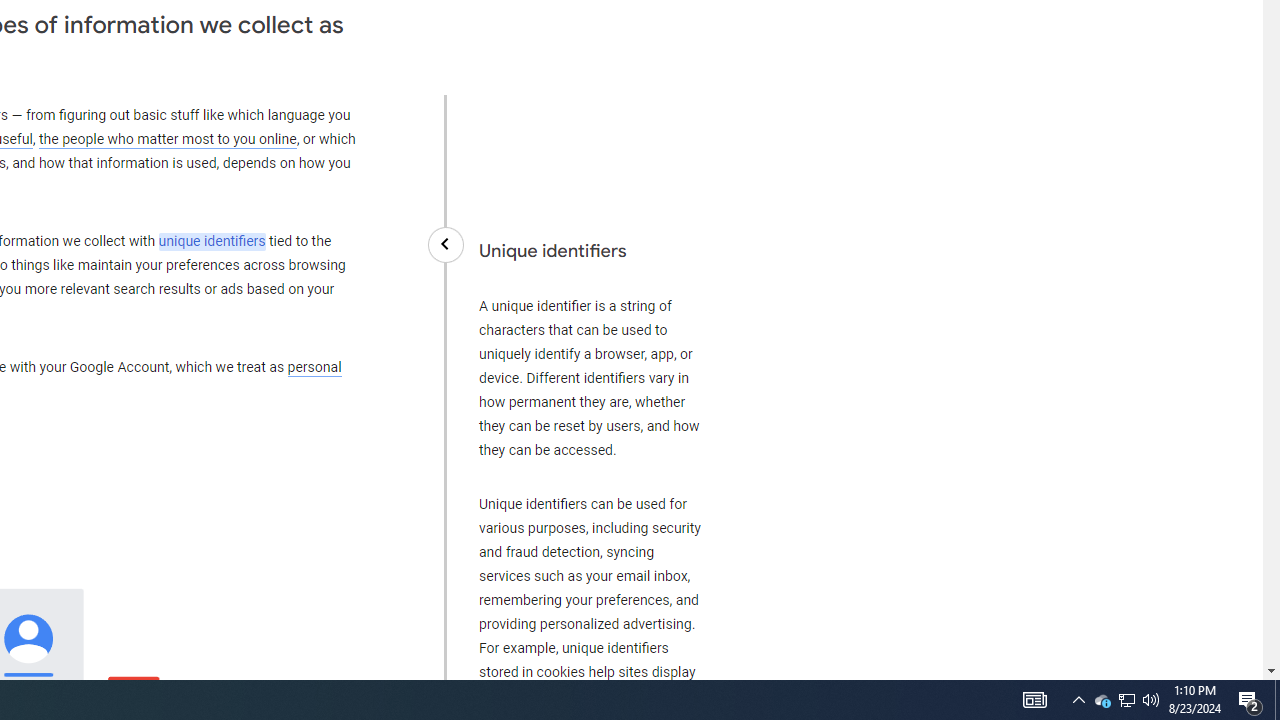 This screenshot has width=1280, height=720. What do you see at coordinates (211, 240) in the screenshot?
I see `'unique identifiers'` at bounding box center [211, 240].